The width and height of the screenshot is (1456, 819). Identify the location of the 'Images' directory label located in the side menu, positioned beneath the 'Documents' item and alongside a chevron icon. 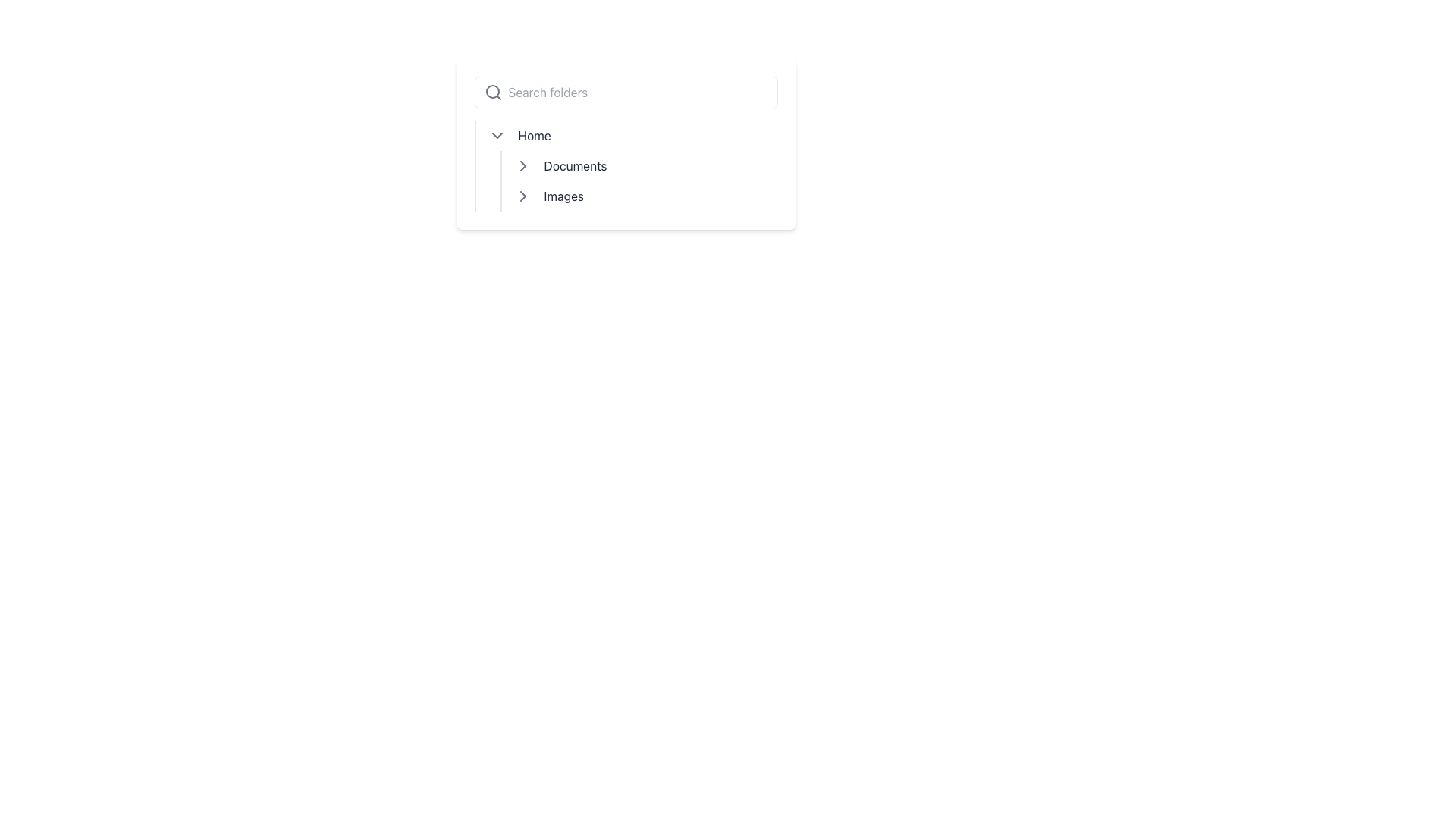
(563, 195).